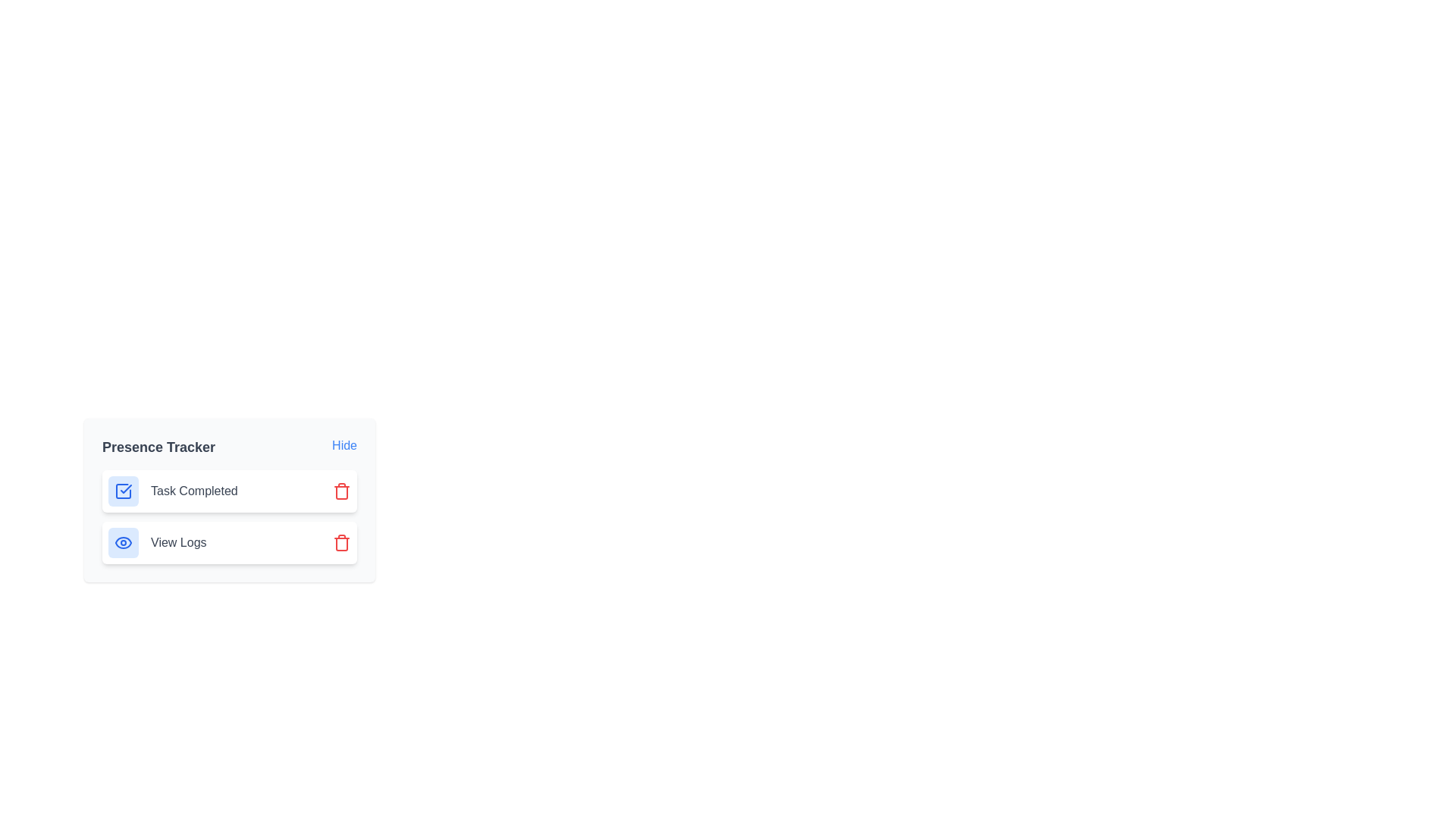  What do you see at coordinates (178, 542) in the screenshot?
I see `the 'View Logs' text element, which is displayed in gray within a white card layout, positioned right of an eye icon and above a red trash icon in the 'Presence Tracker' section` at bounding box center [178, 542].